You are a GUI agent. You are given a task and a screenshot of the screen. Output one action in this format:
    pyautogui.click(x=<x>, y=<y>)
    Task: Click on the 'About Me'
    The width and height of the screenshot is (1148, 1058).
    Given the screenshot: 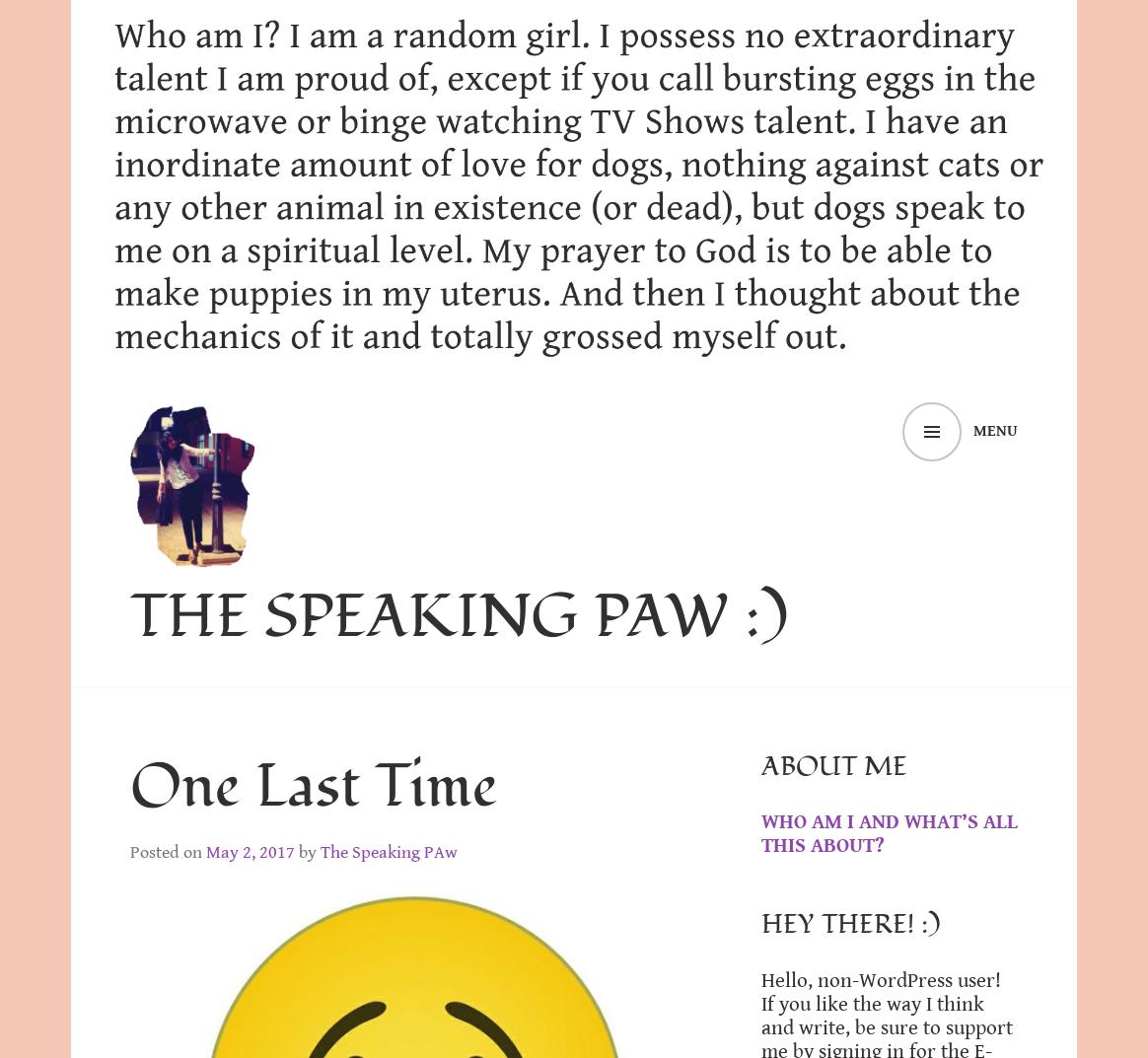 What is the action you would take?
    pyautogui.click(x=832, y=765)
    